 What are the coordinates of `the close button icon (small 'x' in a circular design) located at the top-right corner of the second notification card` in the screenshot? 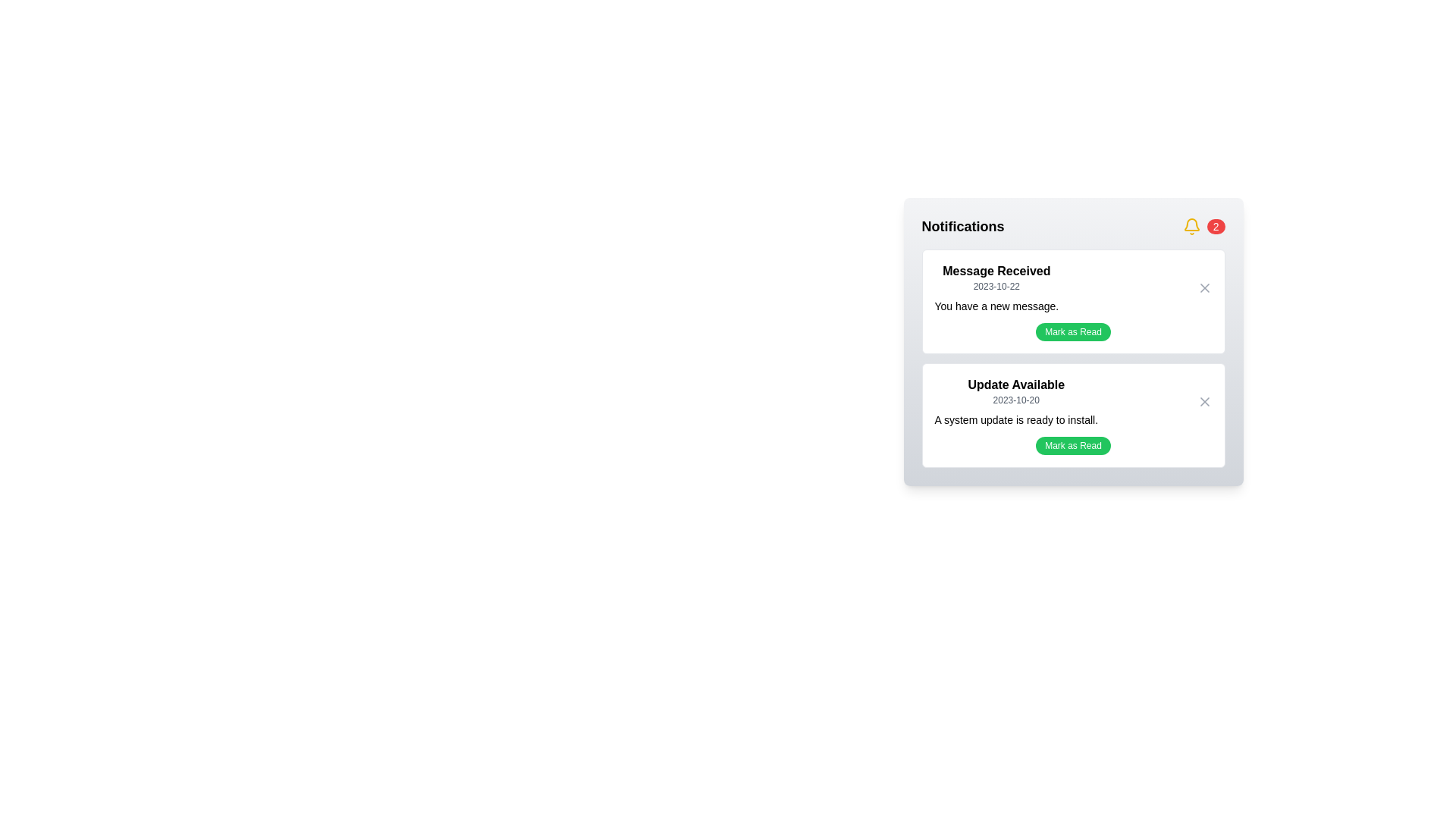 It's located at (1203, 400).